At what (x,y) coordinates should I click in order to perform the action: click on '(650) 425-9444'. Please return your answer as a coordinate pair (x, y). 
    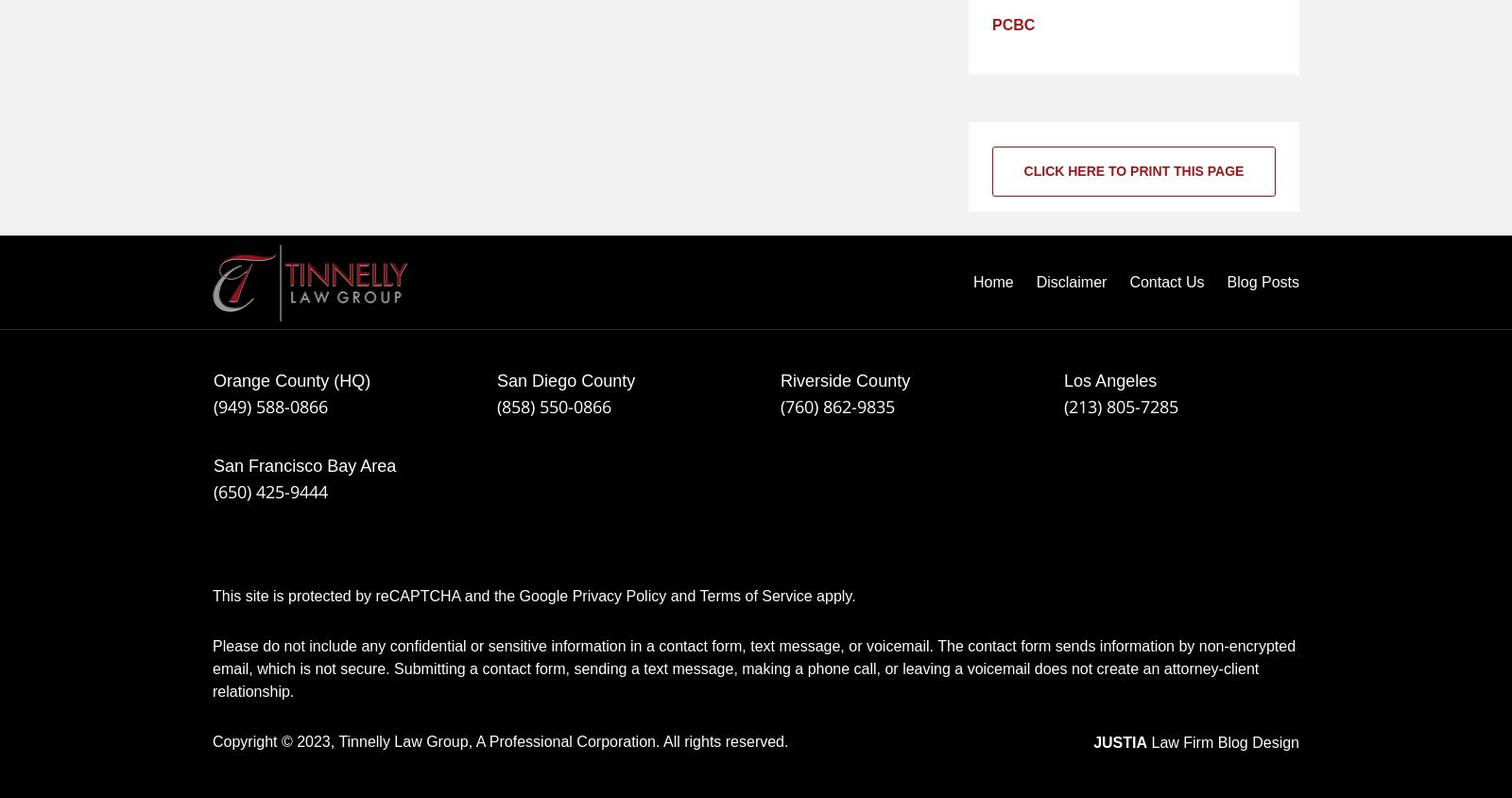
    Looking at the image, I should click on (270, 490).